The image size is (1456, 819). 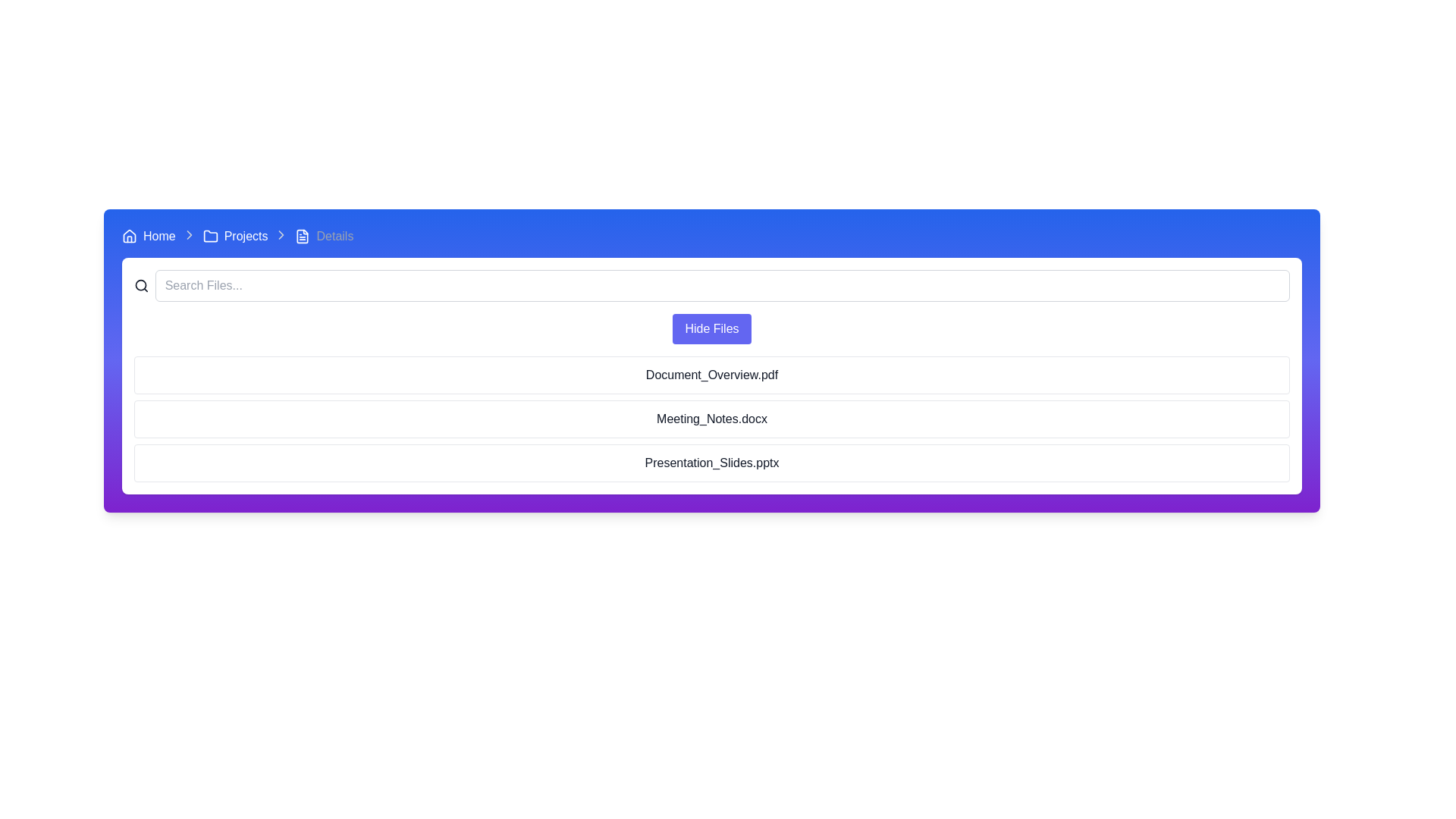 I want to click on the Breadcrumb link with icon and label at the rightmost end of the breadcrumb navigation bar for navigation to the 'Details' section, so click(x=323, y=237).